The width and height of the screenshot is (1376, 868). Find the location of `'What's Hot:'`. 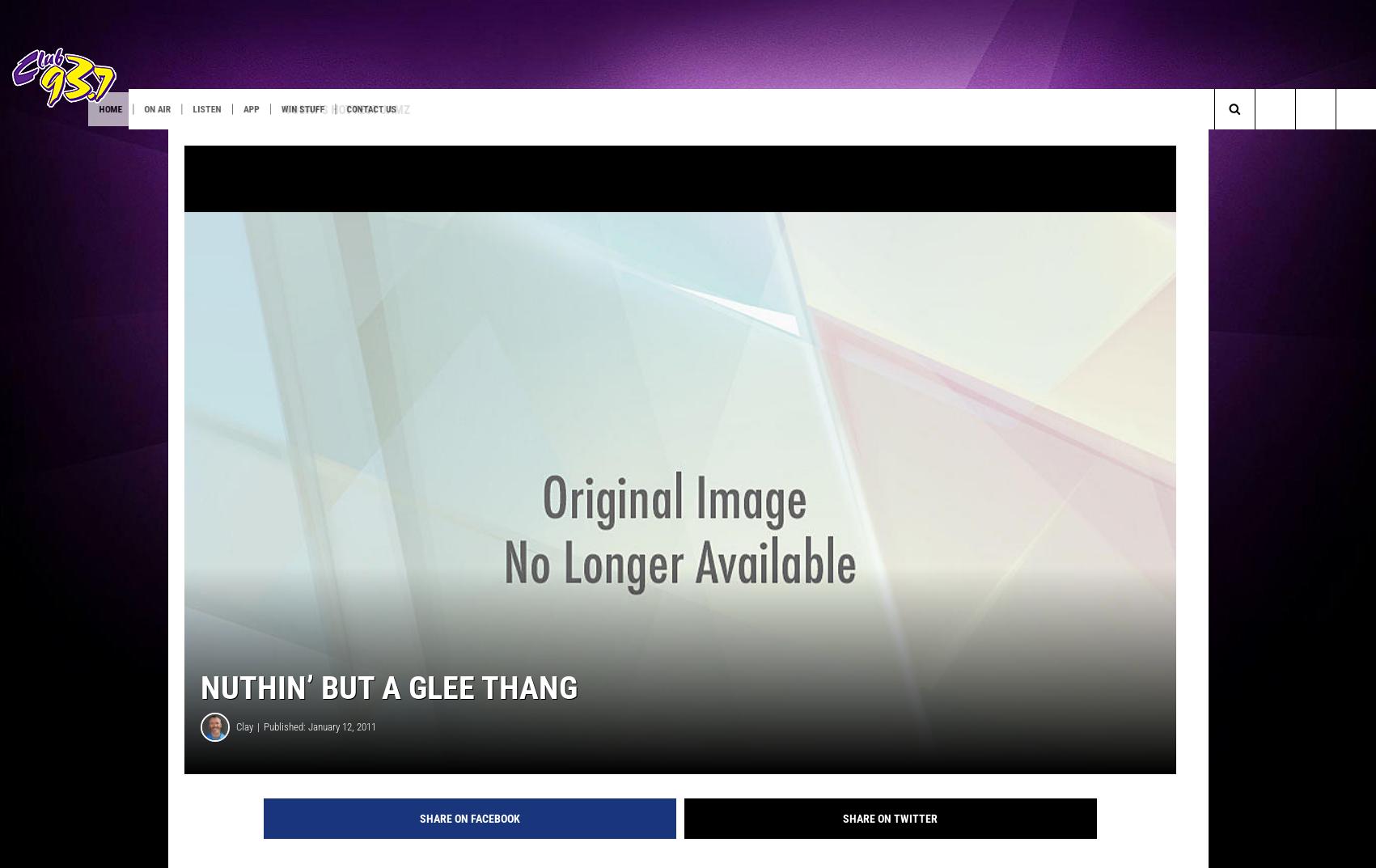

'What's Hot:' is located at coordinates (55, 141).